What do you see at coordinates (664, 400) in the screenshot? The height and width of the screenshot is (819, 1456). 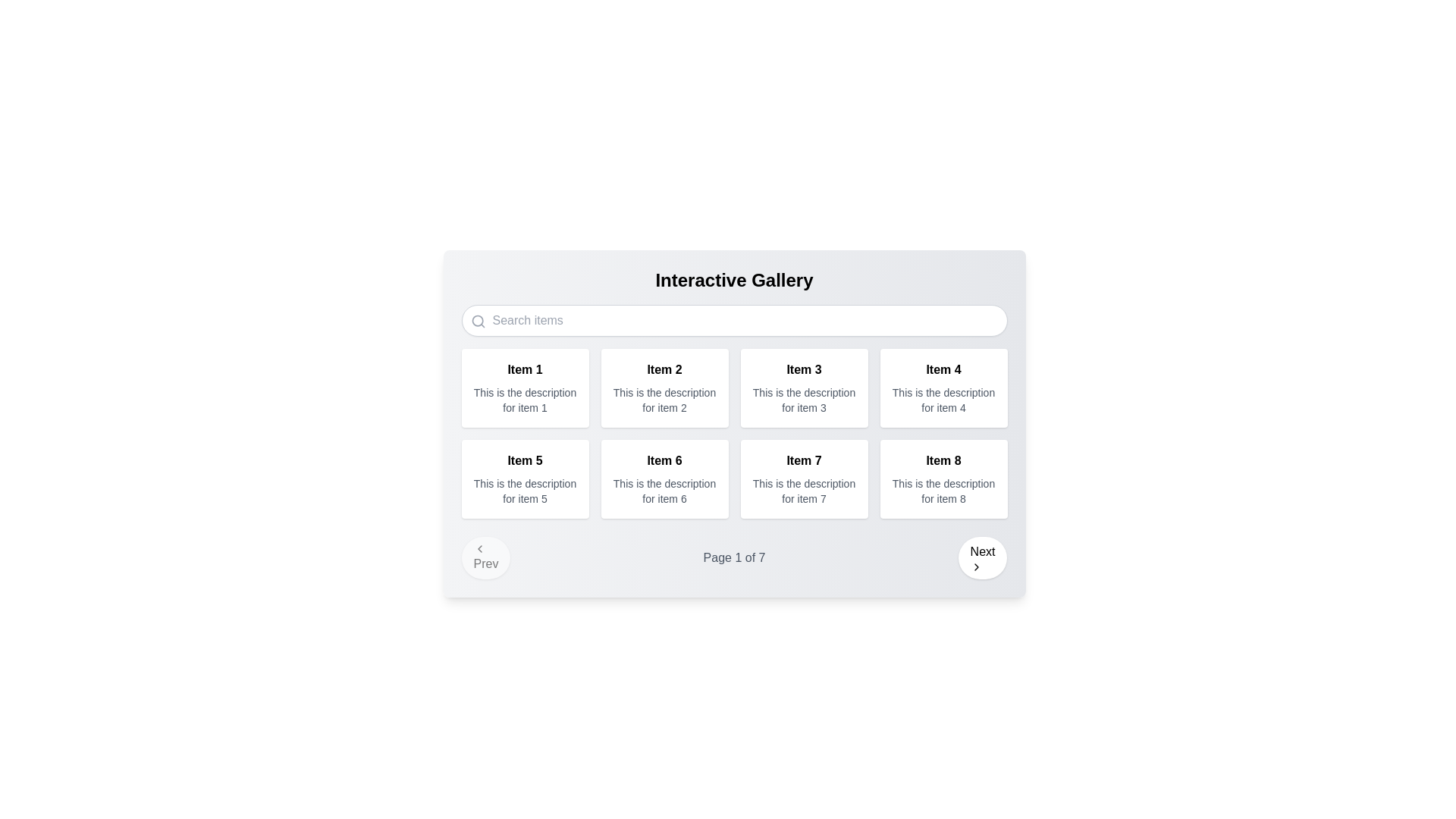 I see `the text element reading 'This is the description for item 2', which is positioned below the bold title 'Item 2' in the second item of the grid layout` at bounding box center [664, 400].